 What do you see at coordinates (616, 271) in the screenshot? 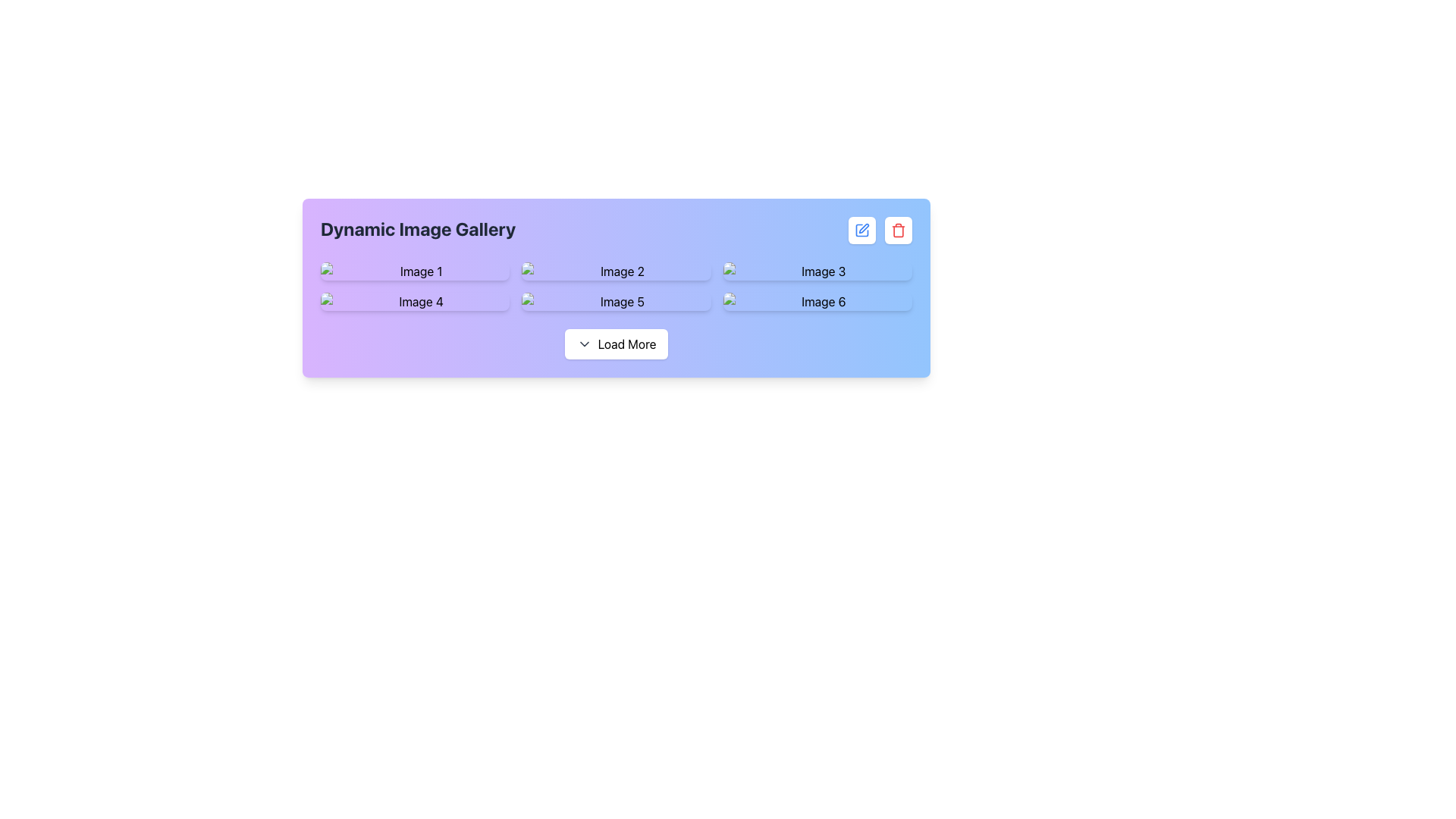
I see `the Image Preview with Label located in the first row and second column of the gallery grid` at bounding box center [616, 271].